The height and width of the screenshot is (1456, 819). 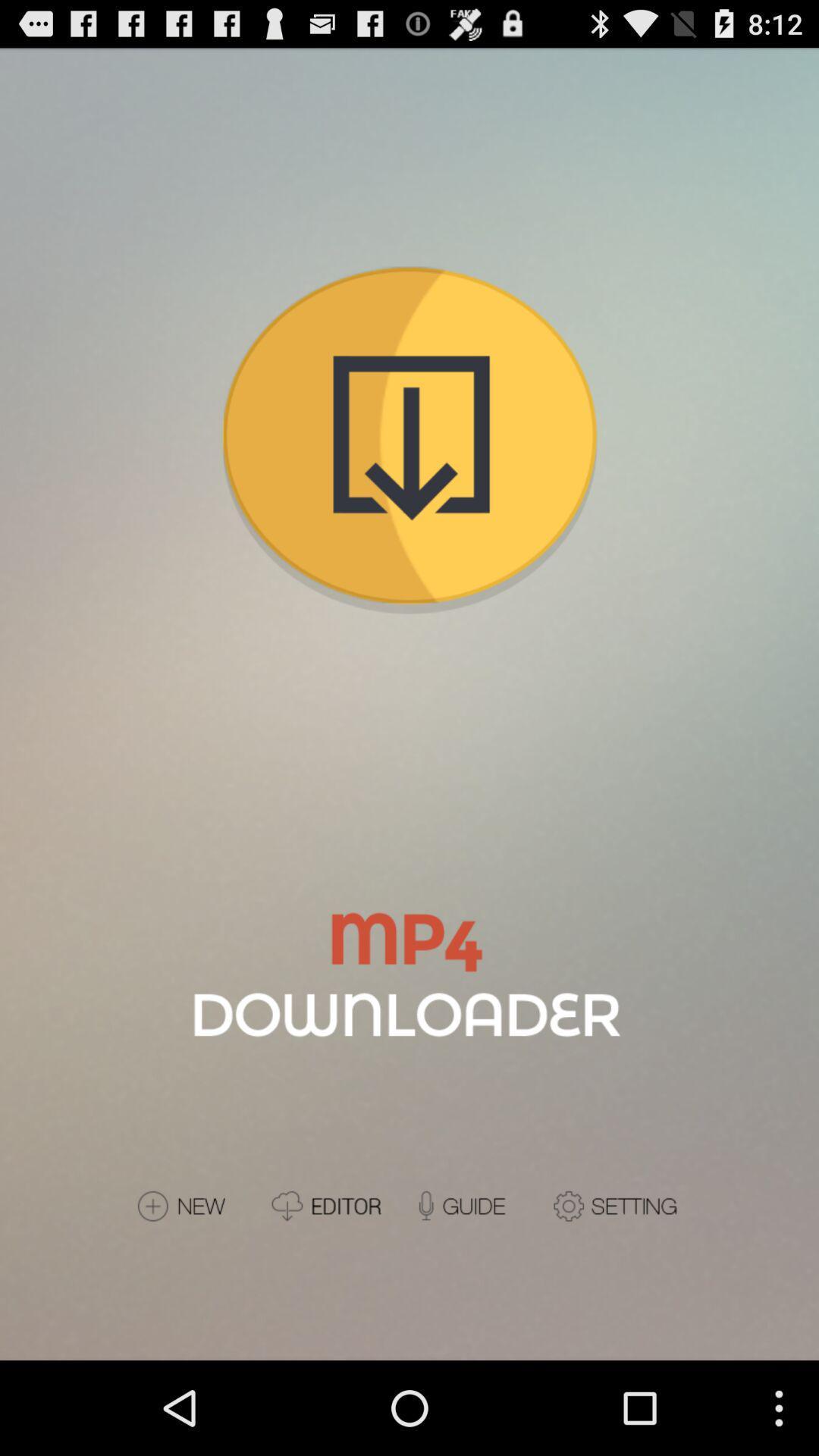 What do you see at coordinates (196, 1205) in the screenshot?
I see `new update` at bounding box center [196, 1205].